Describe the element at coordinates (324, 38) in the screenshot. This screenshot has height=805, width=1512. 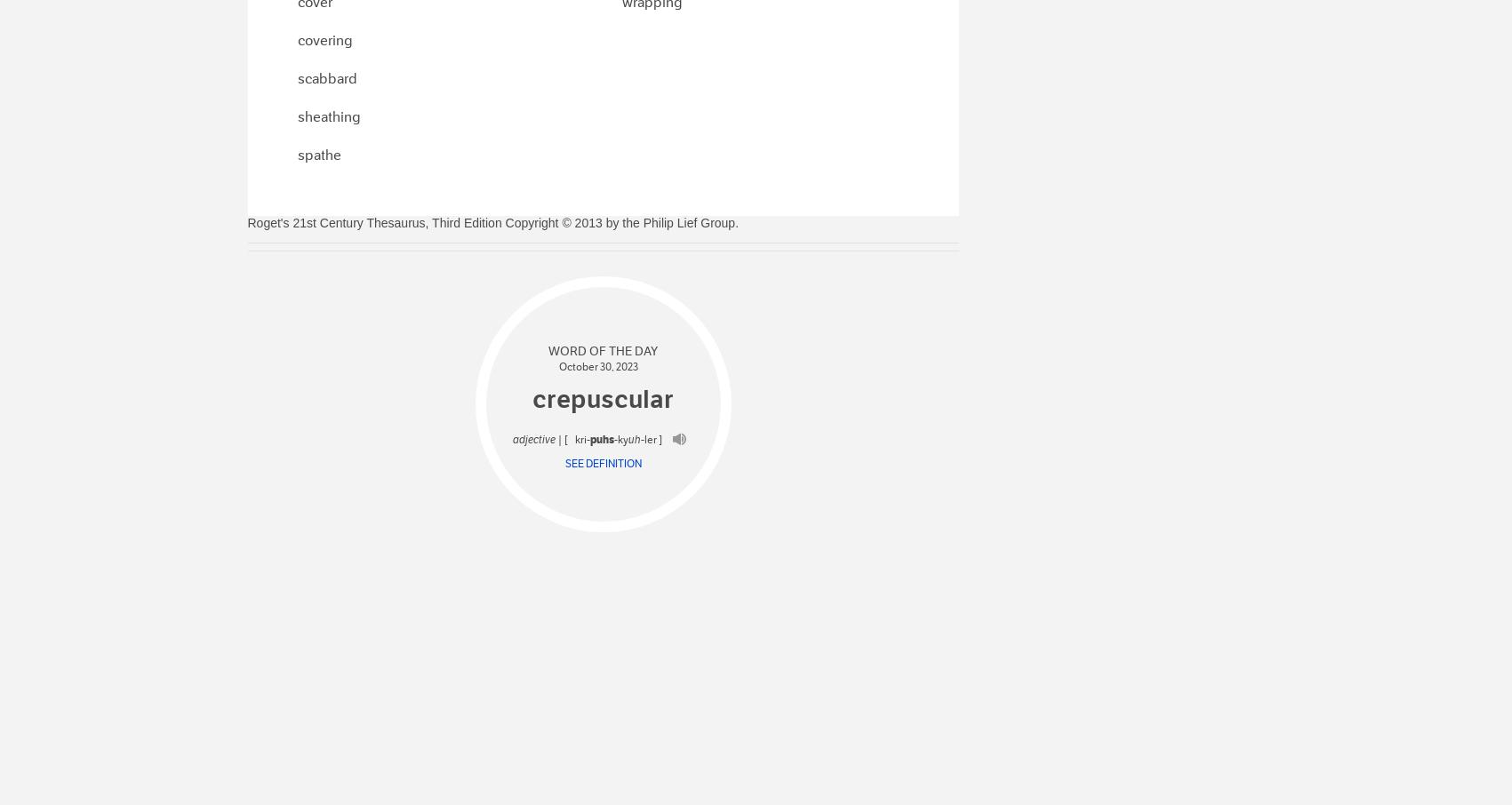
I see `'covering'` at that location.